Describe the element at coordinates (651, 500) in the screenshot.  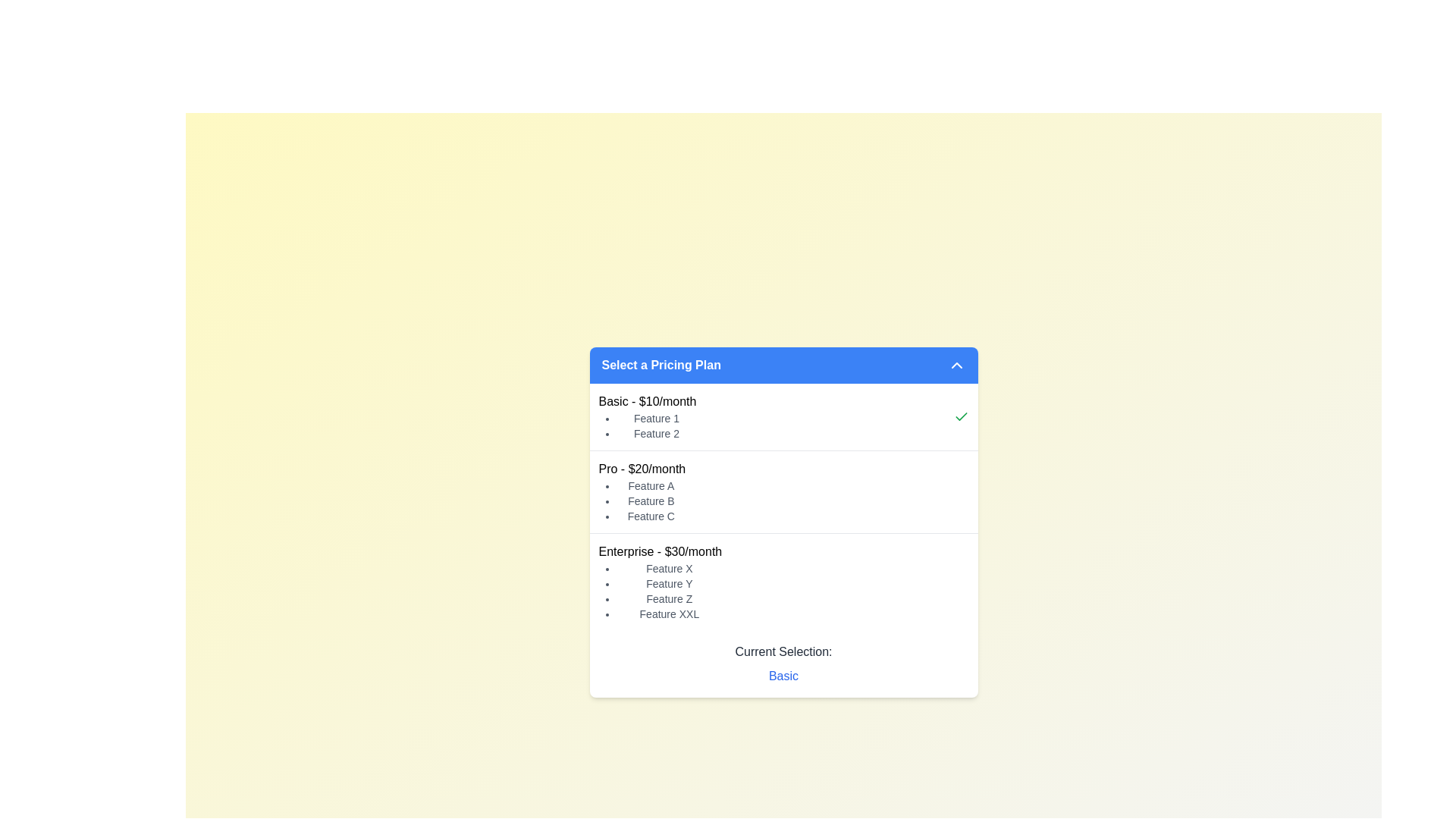
I see `the text label displaying 'Feature B', which is the second item in the bulleted list under the 'Pro - $20/month' section, positioned between 'Feature A' and 'Feature C'` at that location.